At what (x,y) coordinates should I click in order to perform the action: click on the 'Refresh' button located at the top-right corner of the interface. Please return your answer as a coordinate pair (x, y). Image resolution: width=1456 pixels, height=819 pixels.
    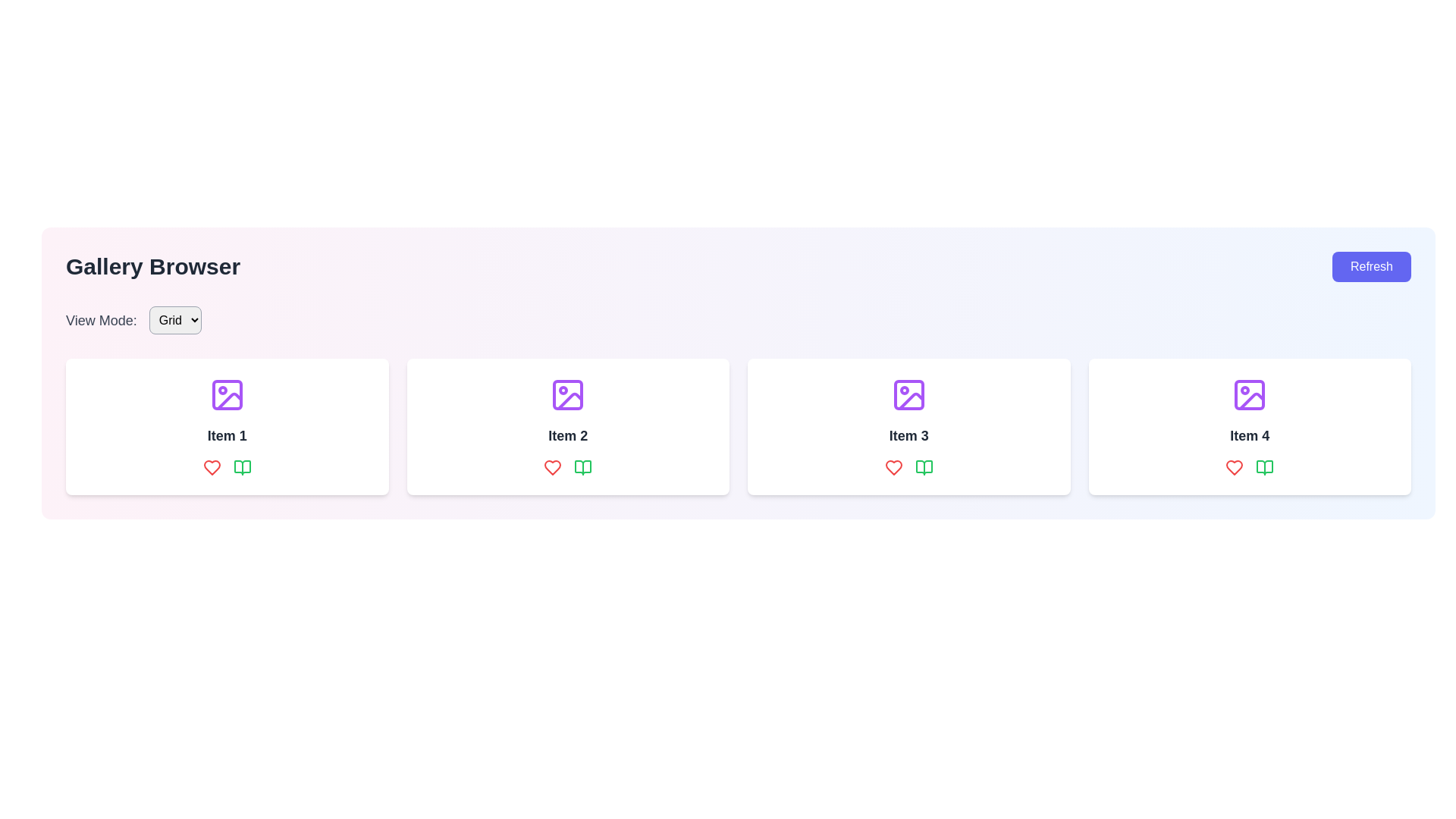
    Looking at the image, I should click on (1372, 265).